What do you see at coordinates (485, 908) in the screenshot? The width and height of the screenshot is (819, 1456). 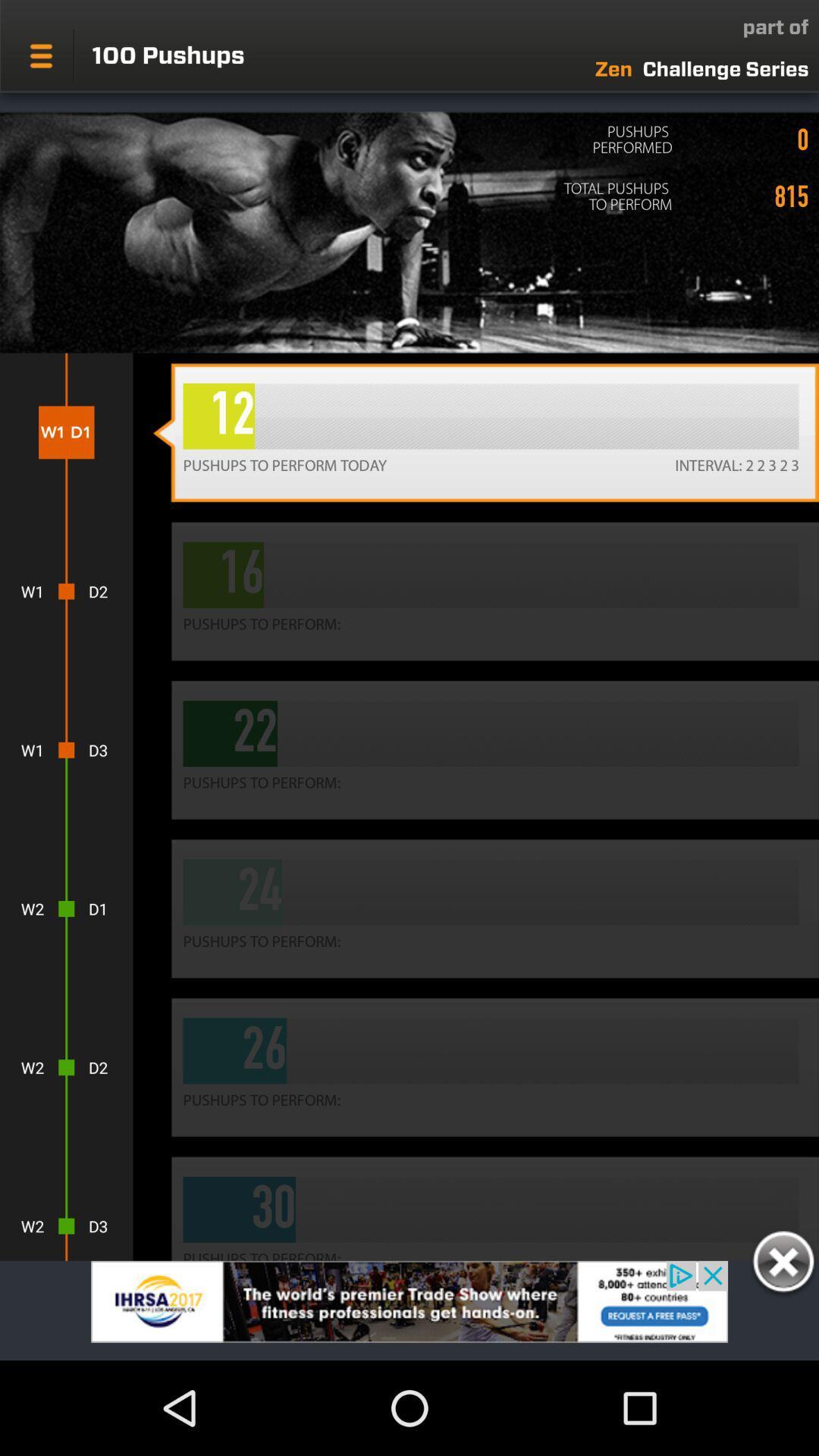 I see `the fourth button below 22` at bounding box center [485, 908].